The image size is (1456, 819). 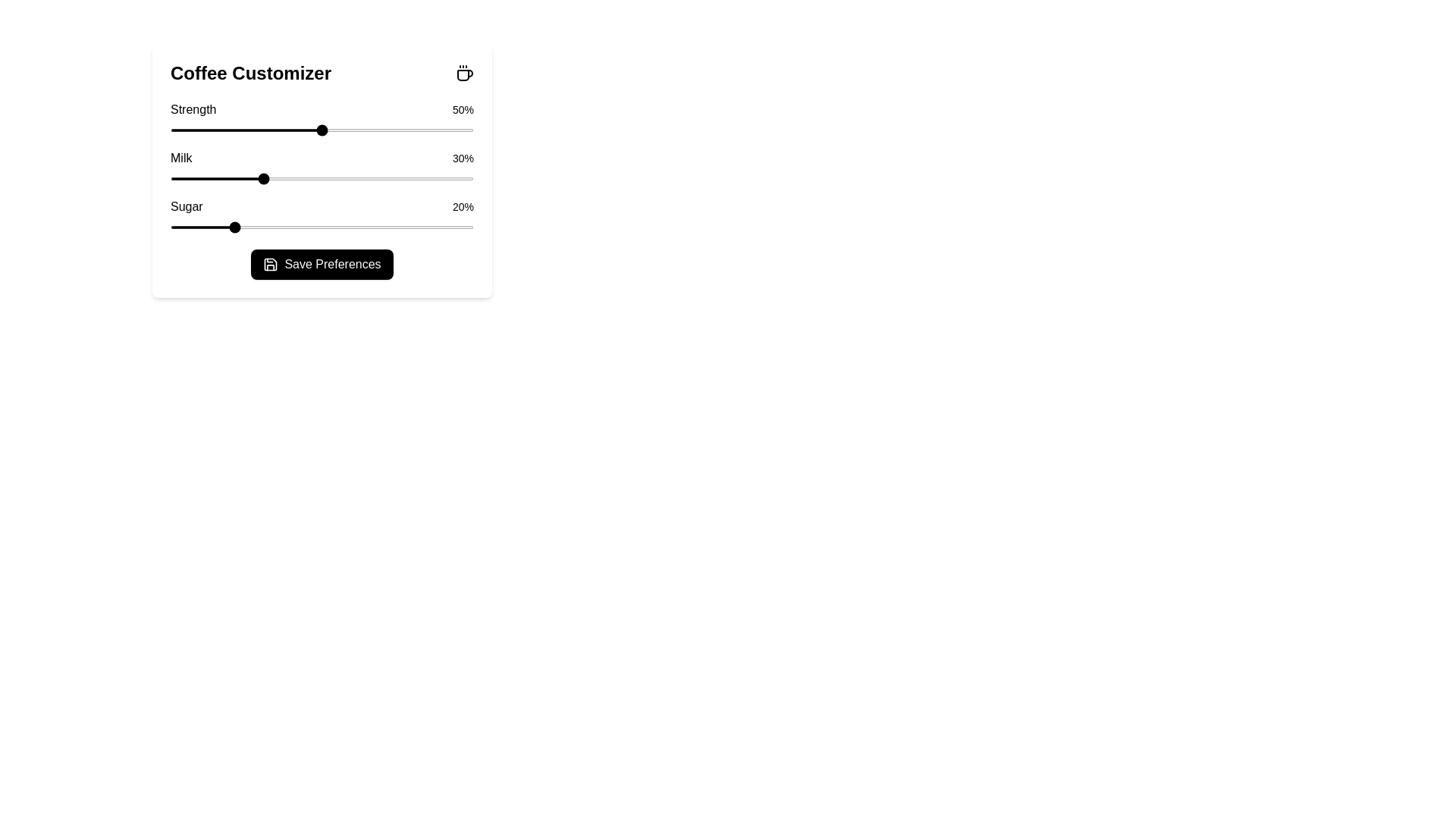 I want to click on sugar level, so click(x=345, y=227).